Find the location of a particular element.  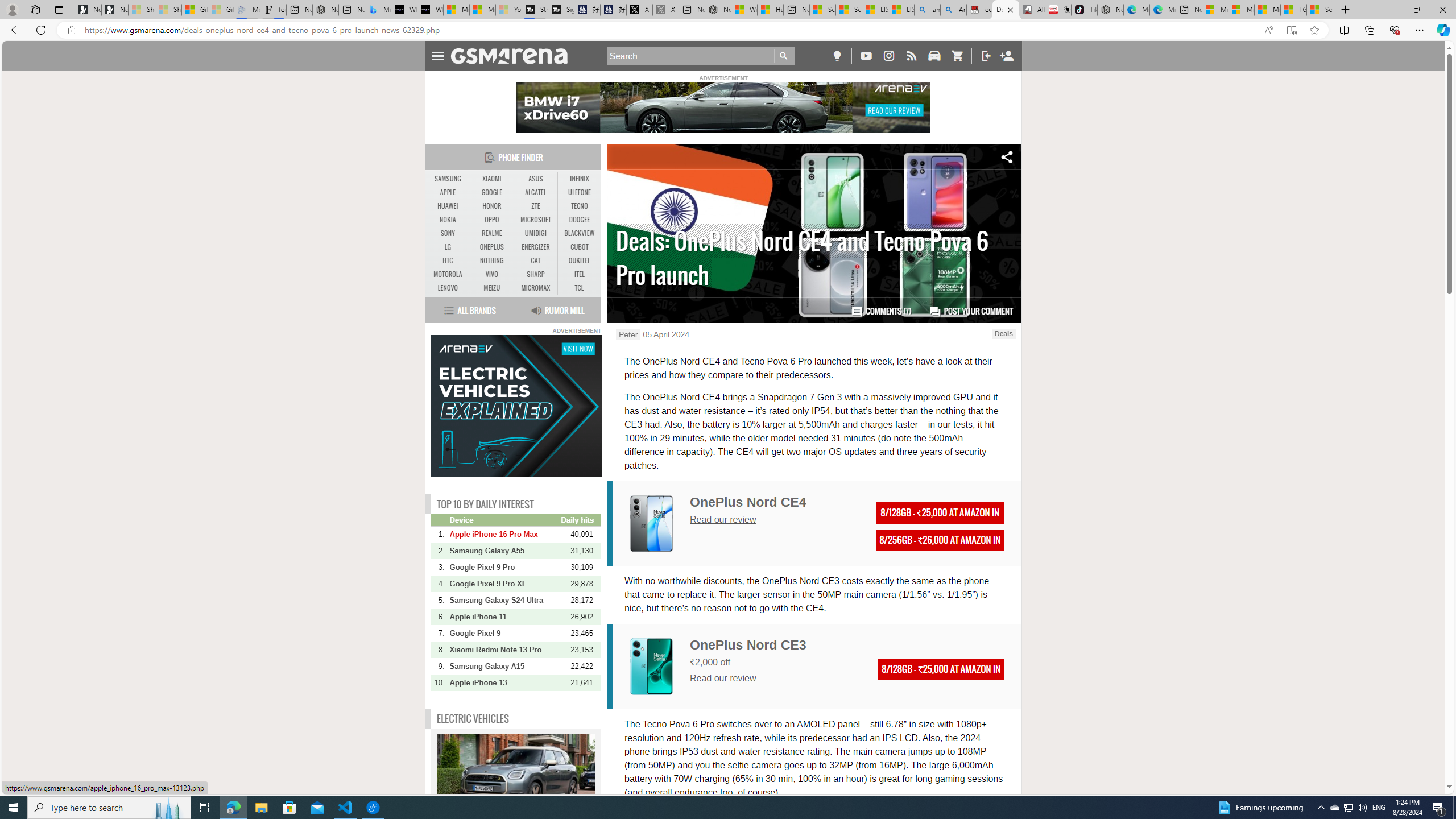

'MEIZU' is located at coordinates (491, 287).